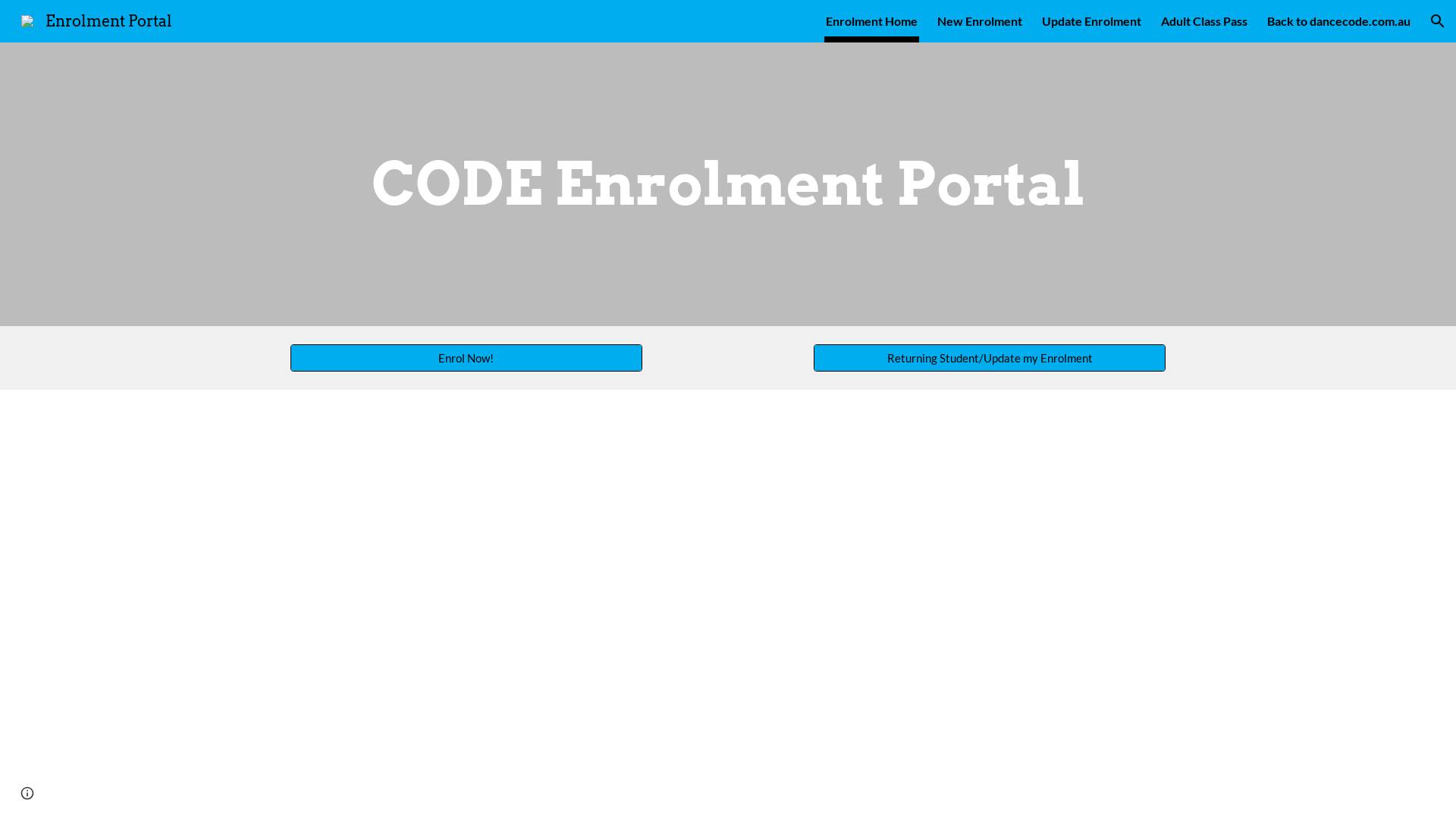 This screenshot has width=1456, height=819. Describe the element at coordinates (990, 357) in the screenshot. I see `'Returning Student/Update my Enrolment'` at that location.